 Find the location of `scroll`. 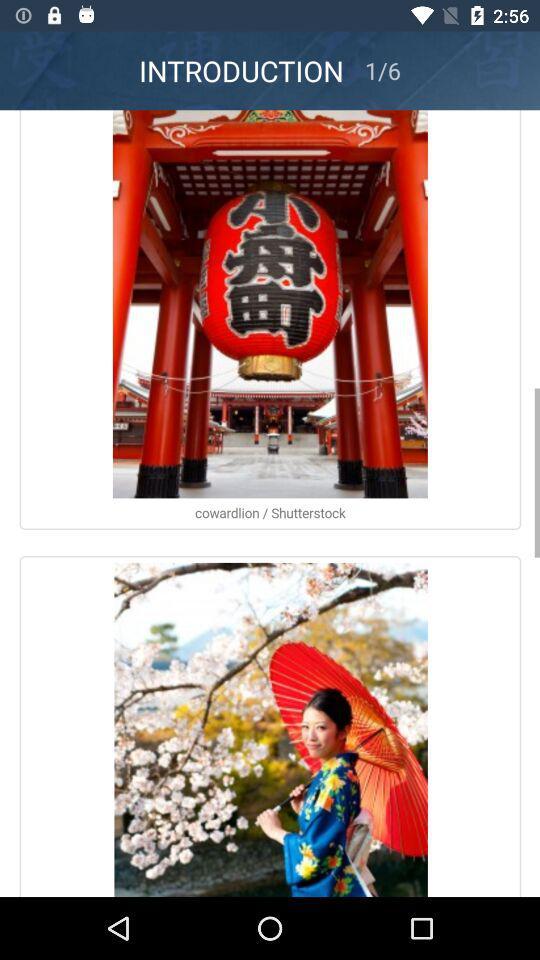

scroll is located at coordinates (270, 502).